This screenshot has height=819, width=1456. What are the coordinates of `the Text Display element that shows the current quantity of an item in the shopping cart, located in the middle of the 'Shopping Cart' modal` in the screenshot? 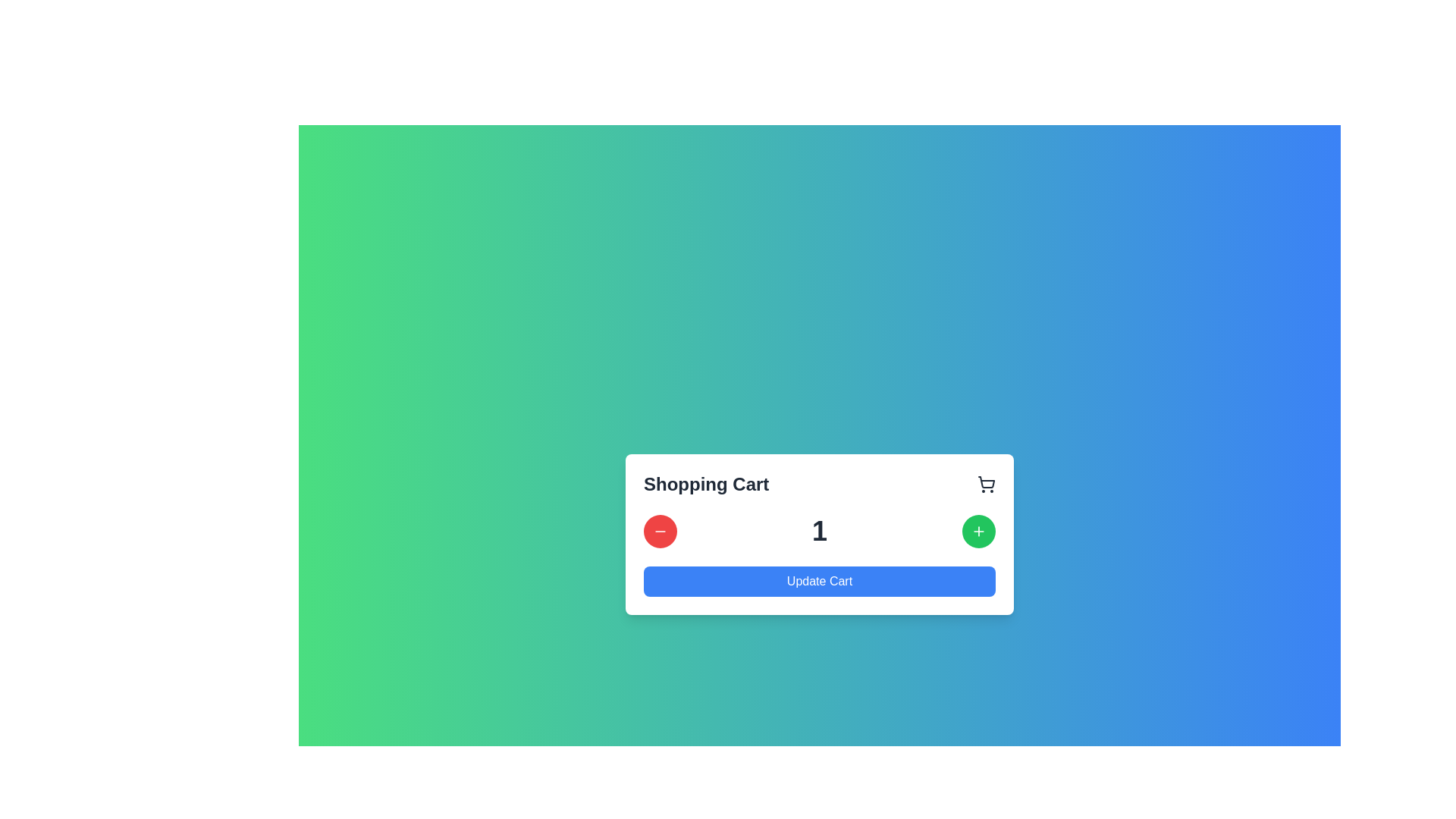 It's located at (818, 531).